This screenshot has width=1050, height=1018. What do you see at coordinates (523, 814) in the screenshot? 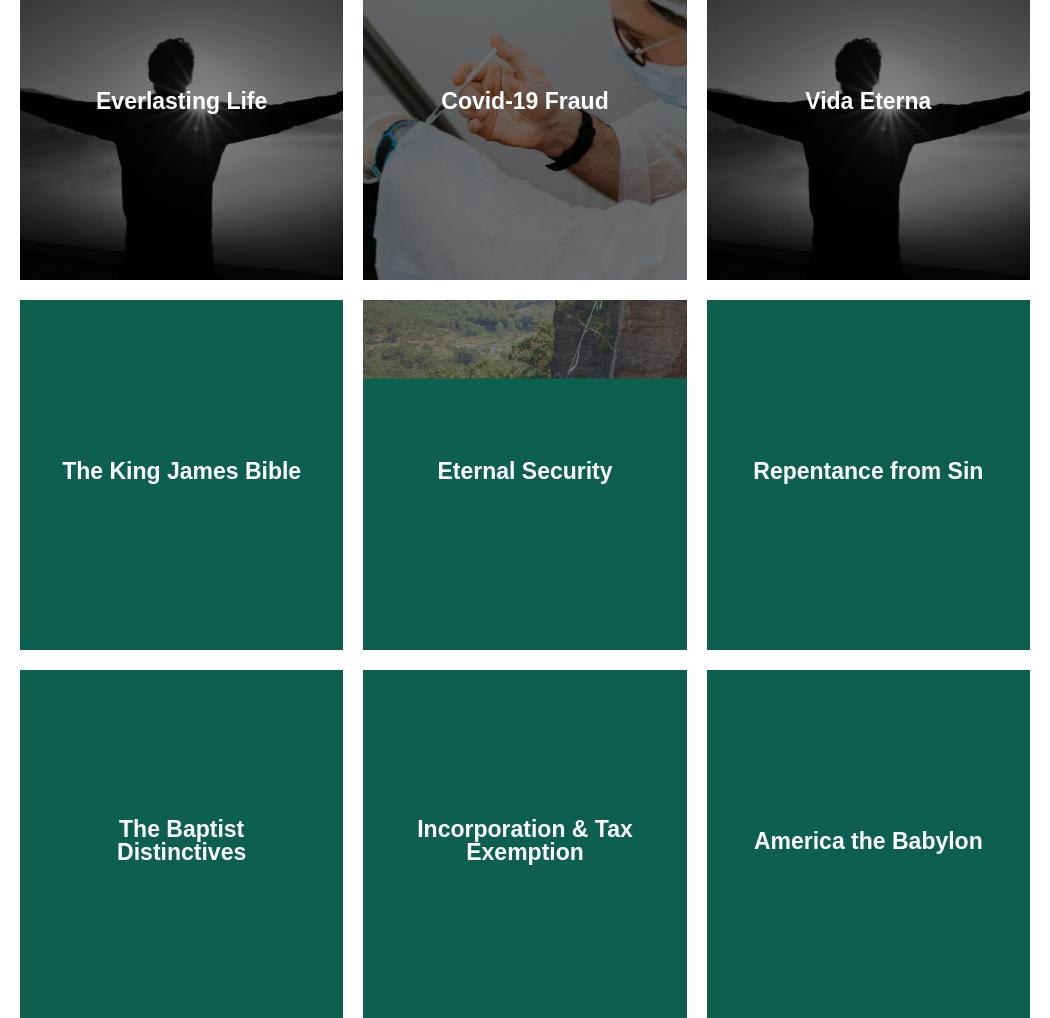
I see `'Learn why someone can't lose true salvation.'` at bounding box center [523, 814].